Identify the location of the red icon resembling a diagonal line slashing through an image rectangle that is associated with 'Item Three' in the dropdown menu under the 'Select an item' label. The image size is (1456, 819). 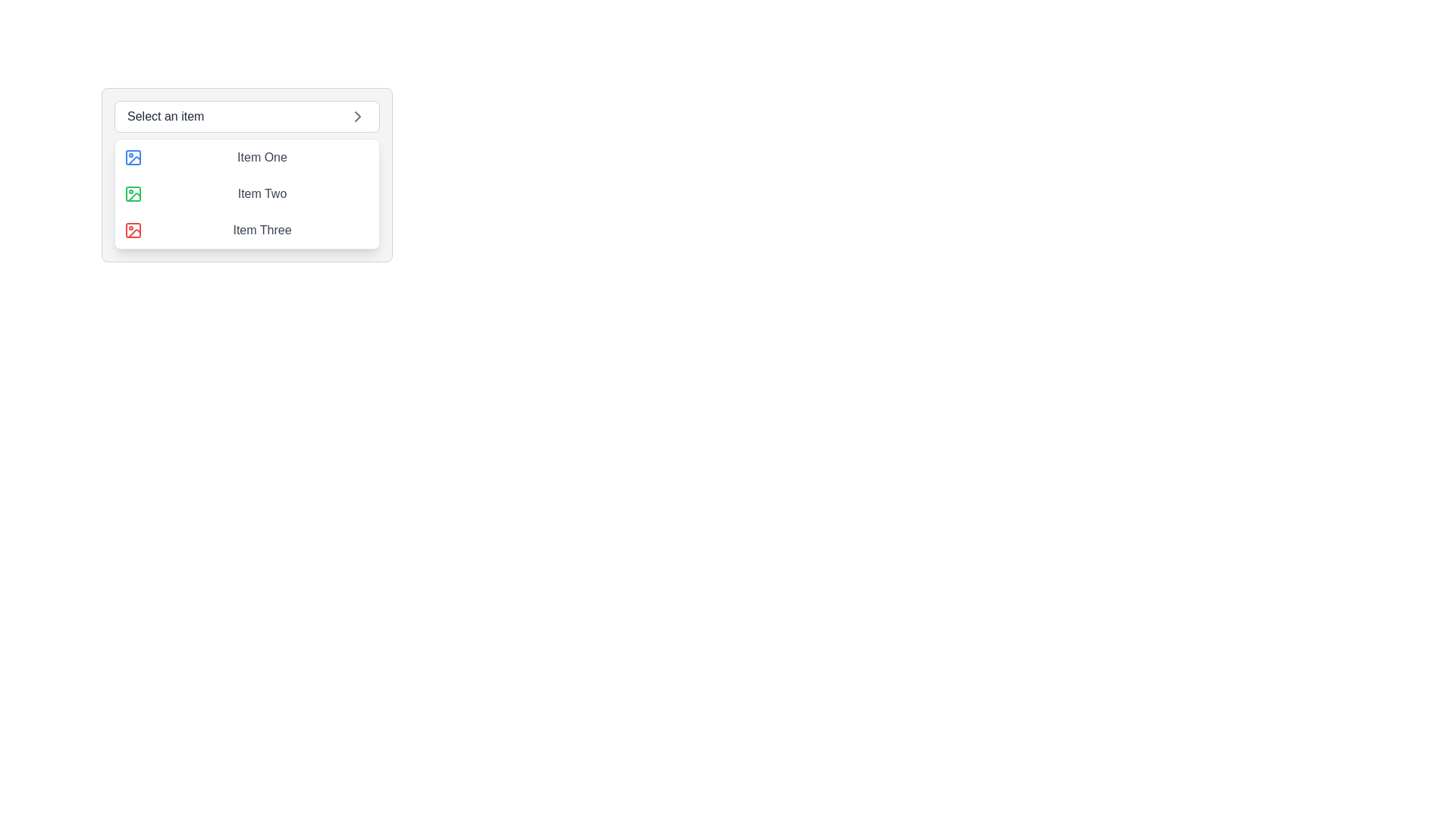
(134, 234).